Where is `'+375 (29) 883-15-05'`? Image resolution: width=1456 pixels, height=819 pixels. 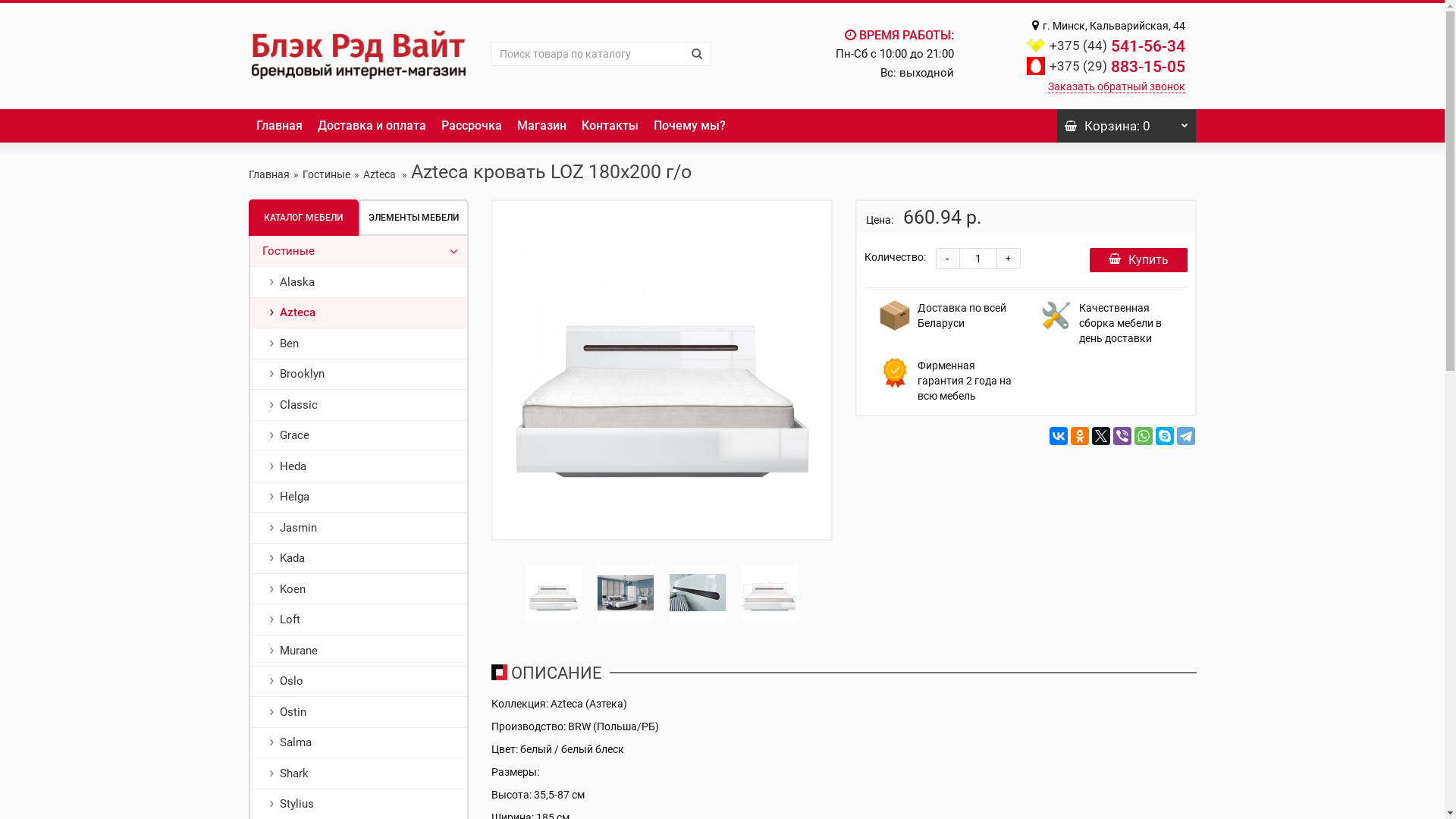 '+375 (29) 883-15-05' is located at coordinates (1117, 66).